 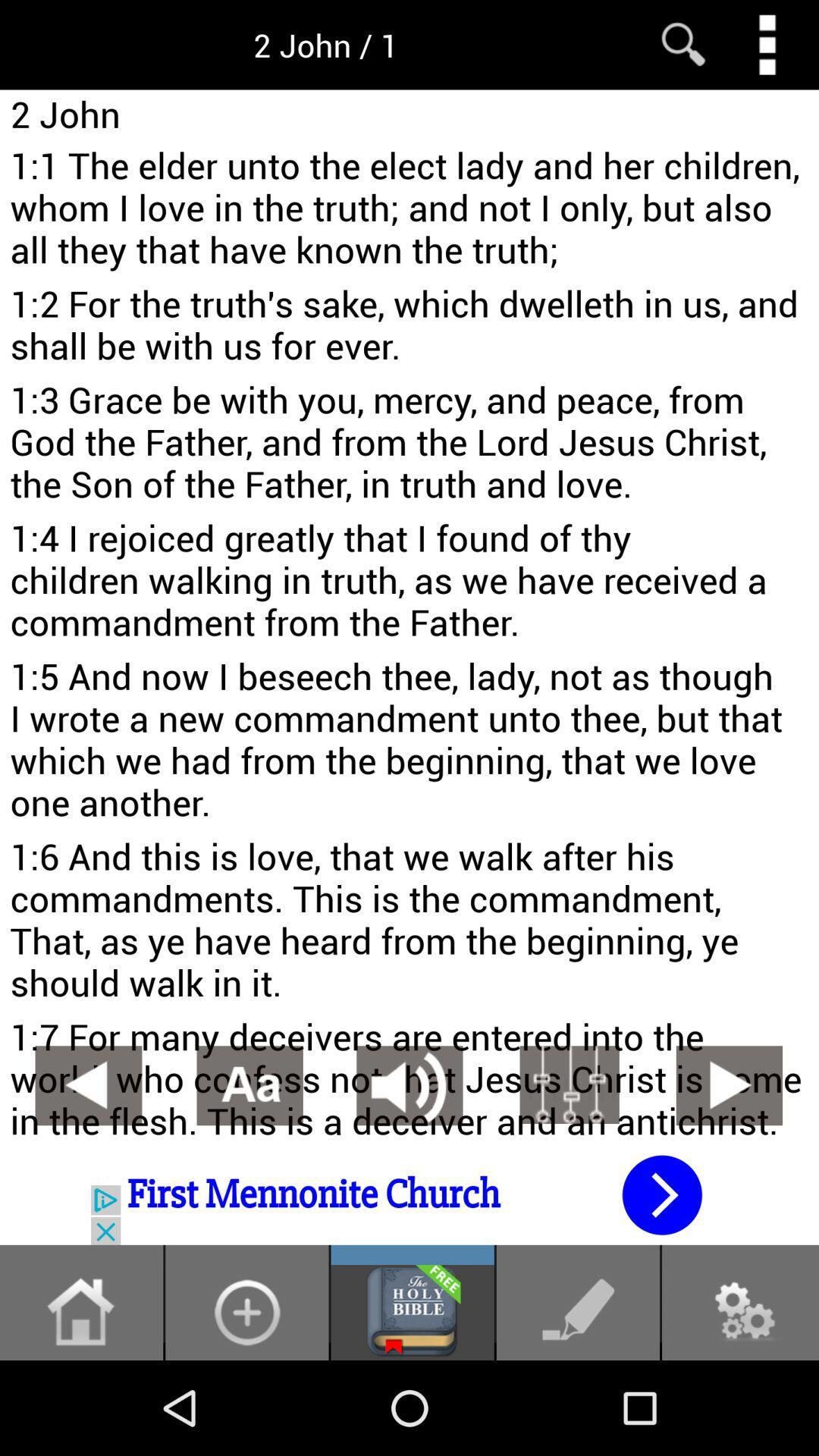 I want to click on the home icon, so click(x=81, y=1404).